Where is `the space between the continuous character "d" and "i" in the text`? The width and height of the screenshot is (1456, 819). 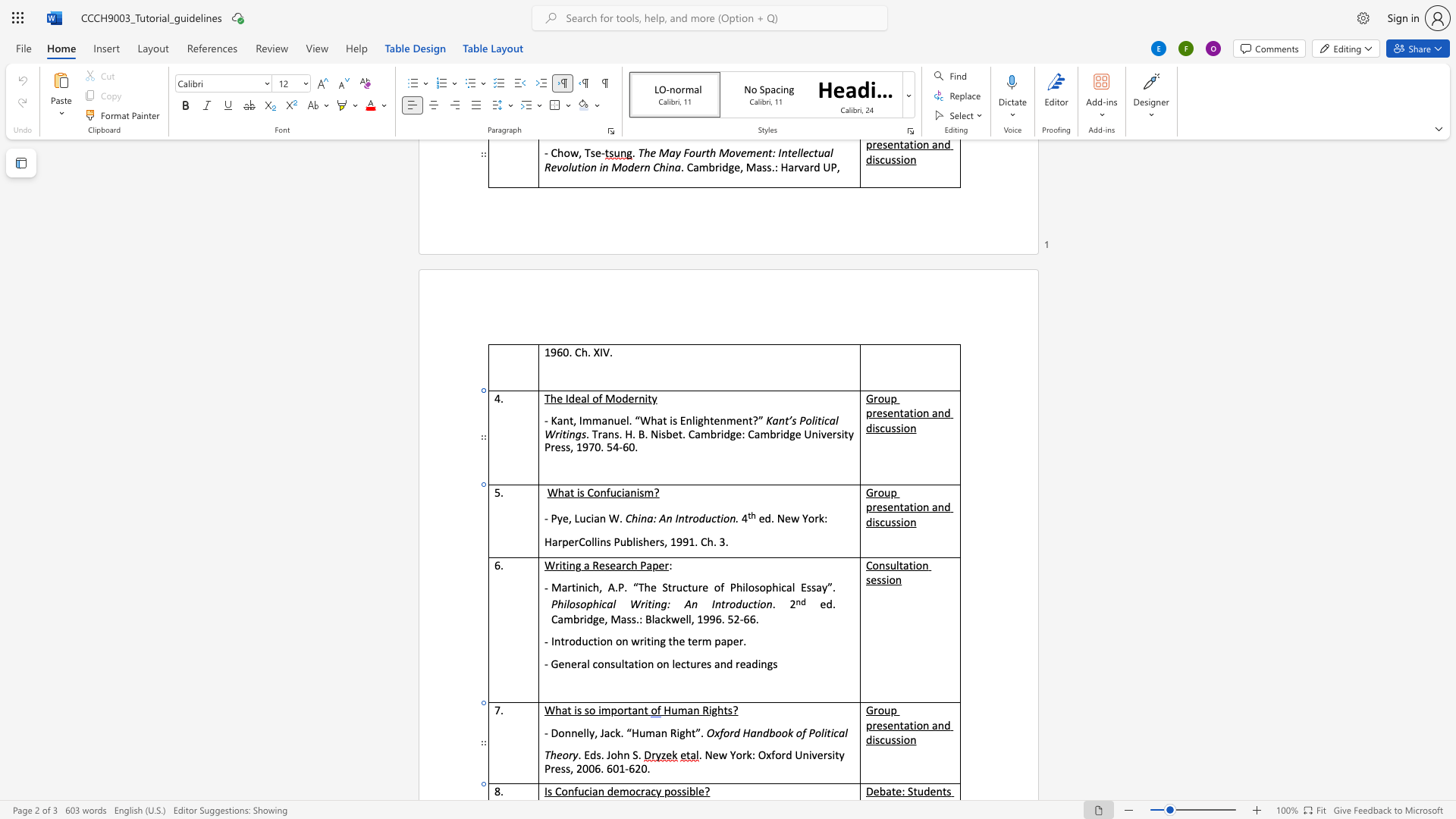 the space between the continuous character "d" and "i" in the text is located at coordinates (871, 428).